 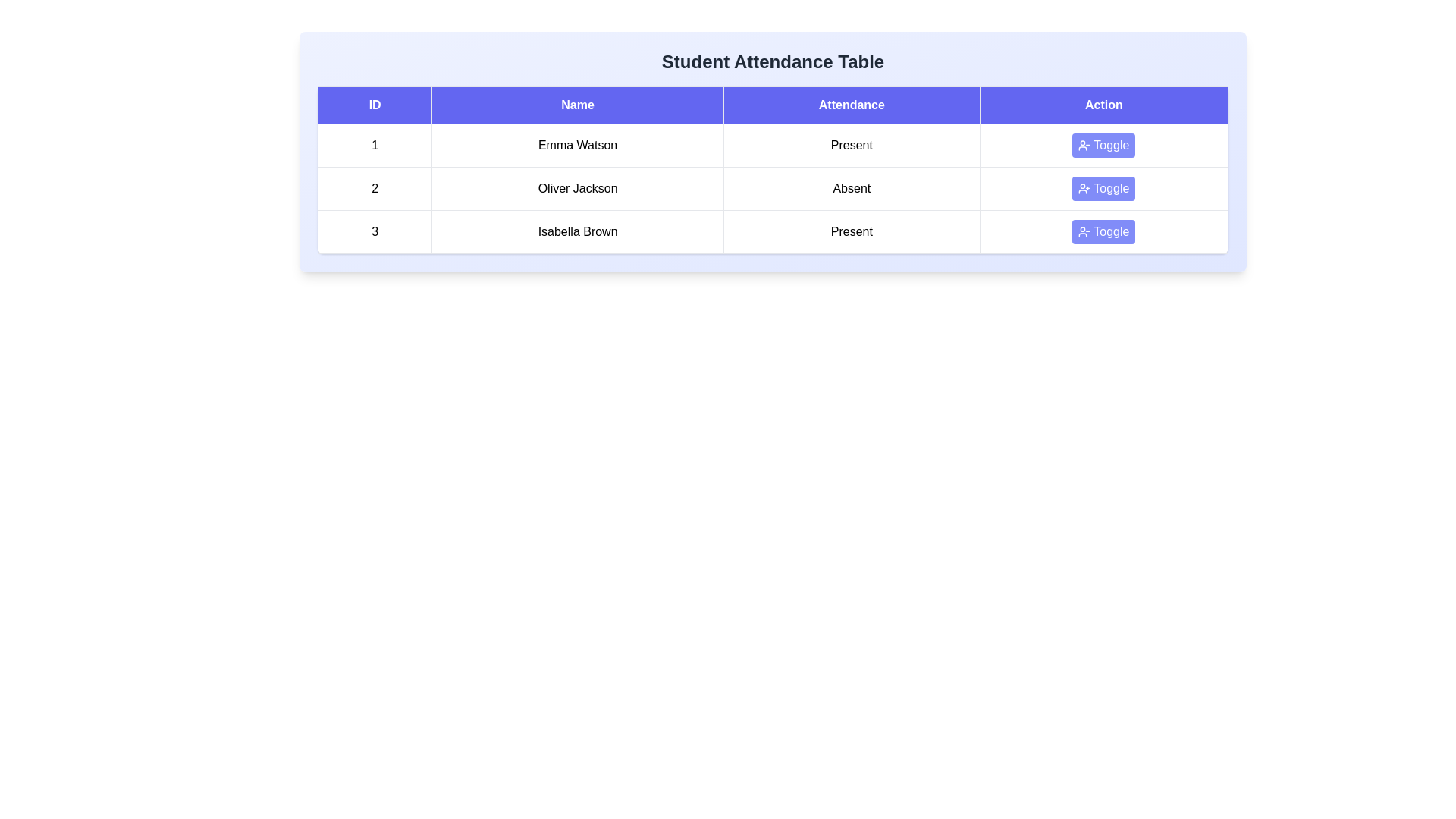 I want to click on the static text label with the text 'ID', which is styled with a blue background and white bold text, located at the top-left corner of the table header, so click(x=375, y=104).